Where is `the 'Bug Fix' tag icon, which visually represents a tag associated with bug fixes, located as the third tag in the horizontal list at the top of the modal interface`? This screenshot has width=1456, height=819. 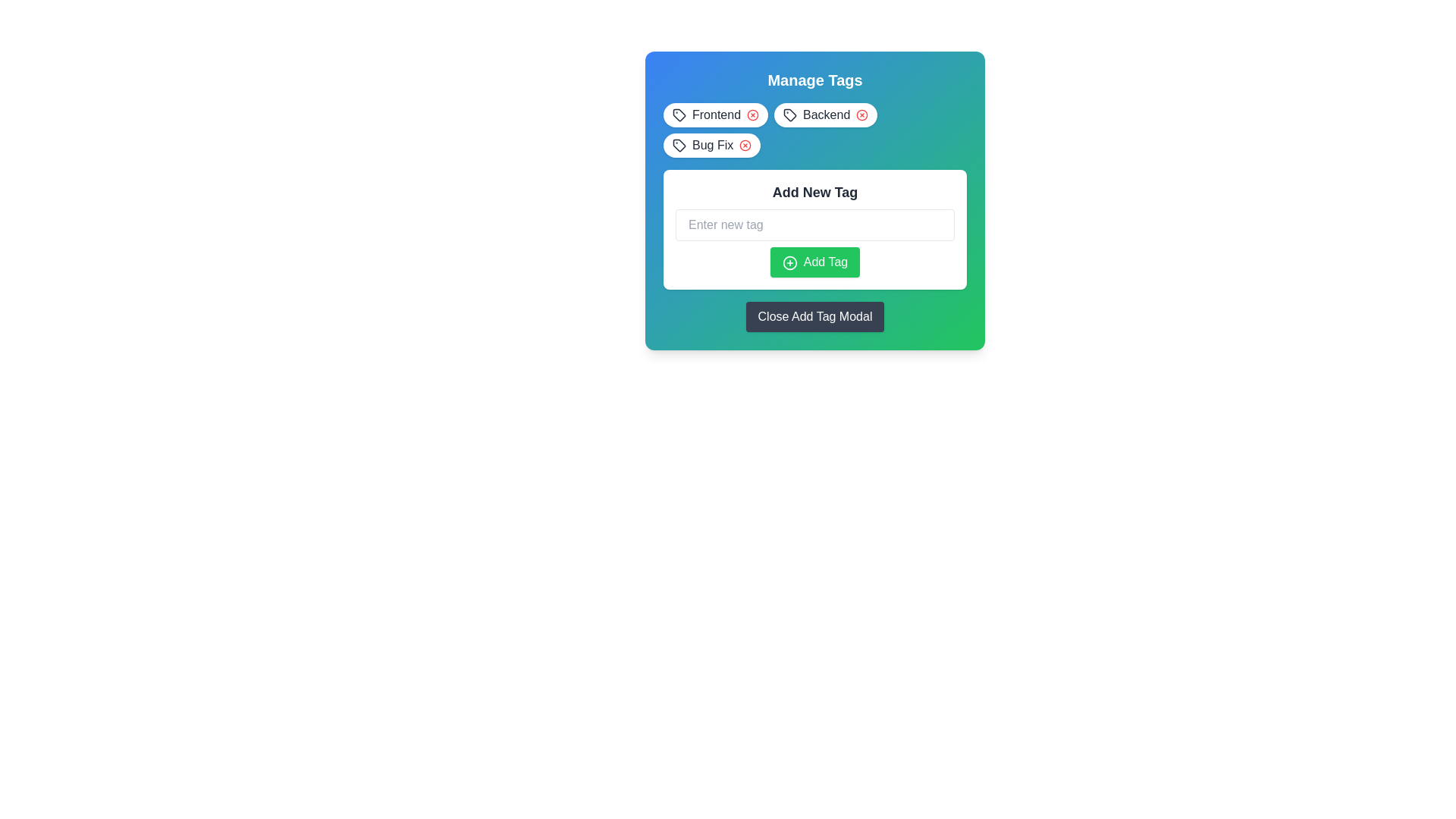 the 'Bug Fix' tag icon, which visually represents a tag associated with bug fixes, located as the third tag in the horizontal list at the top of the modal interface is located at coordinates (679, 146).